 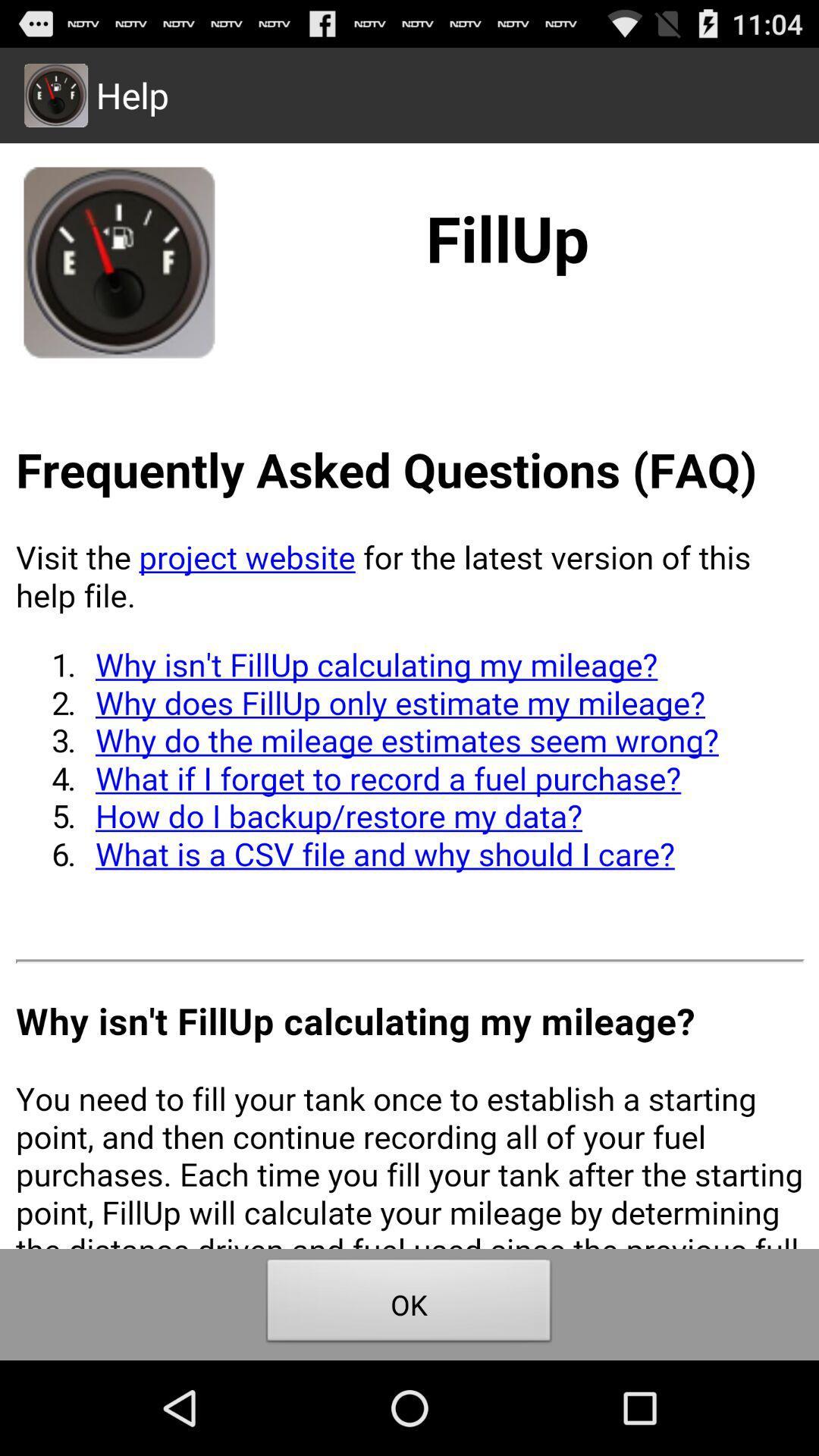 What do you see at coordinates (409, 695) in the screenshot?
I see `page` at bounding box center [409, 695].